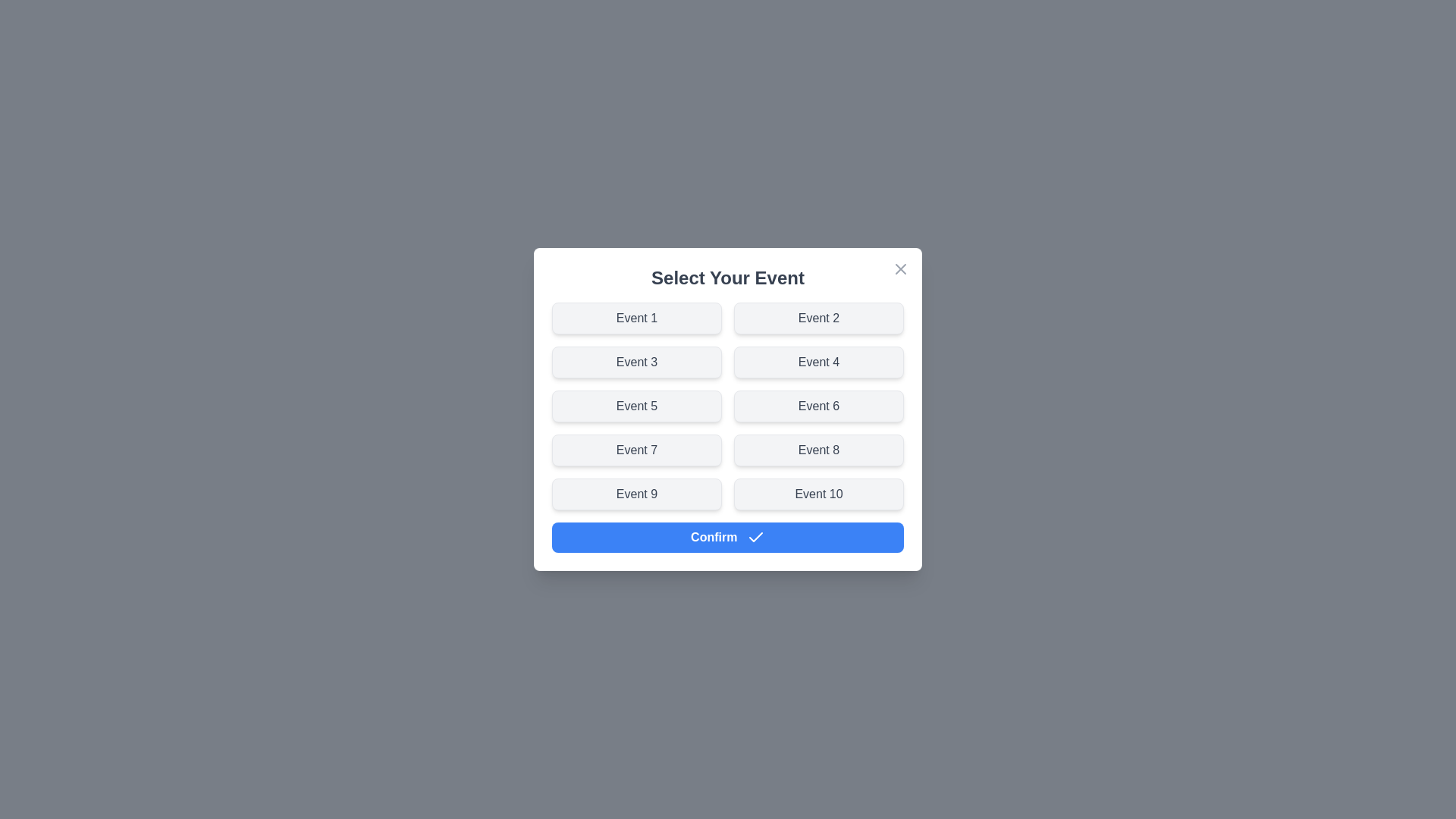  I want to click on the 'Confirm' button to confirm the selection, so click(728, 536).